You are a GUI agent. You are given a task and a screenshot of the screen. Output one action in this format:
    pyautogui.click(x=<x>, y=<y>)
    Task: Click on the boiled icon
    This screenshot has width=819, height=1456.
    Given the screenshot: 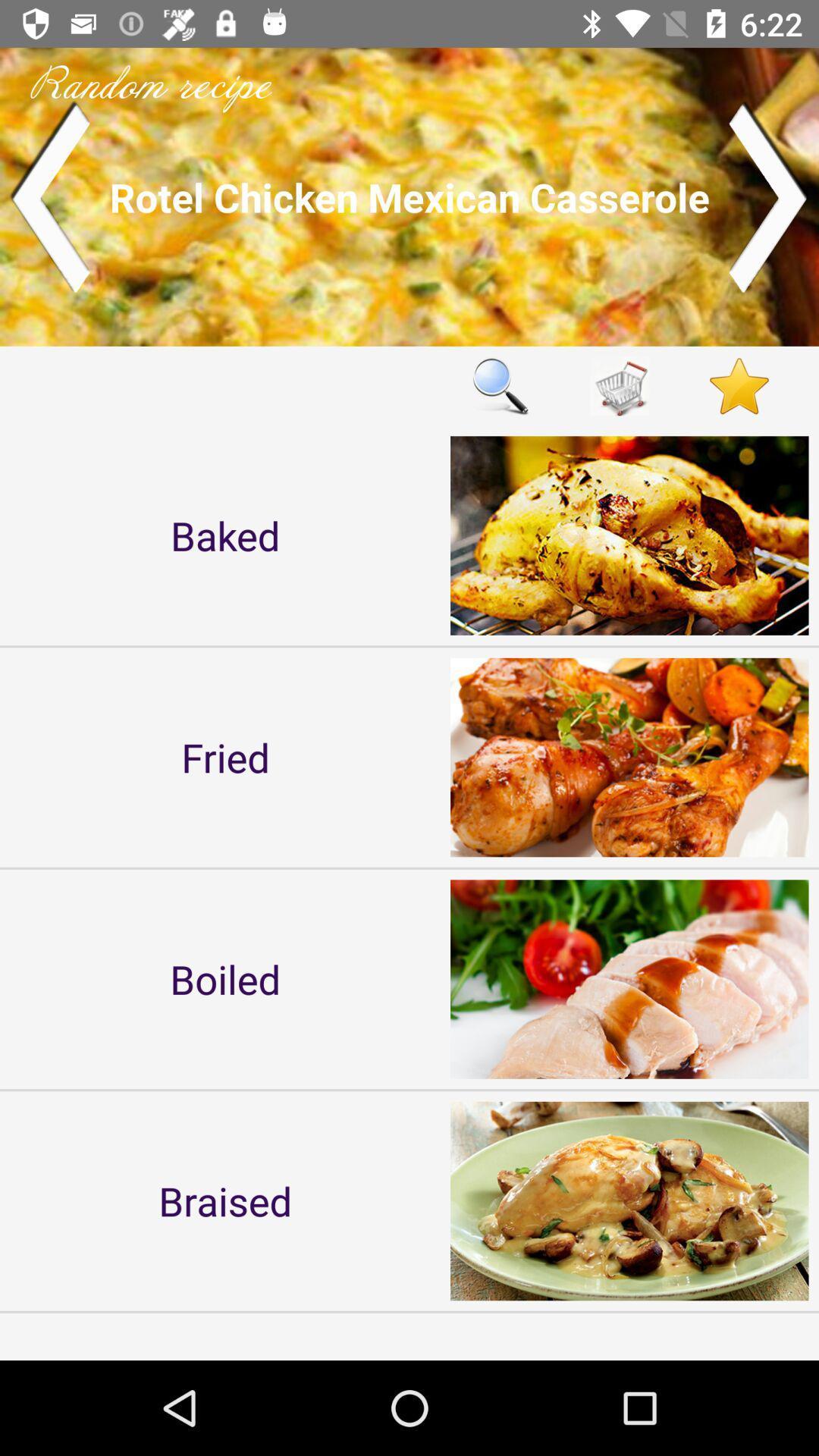 What is the action you would take?
    pyautogui.click(x=225, y=979)
    